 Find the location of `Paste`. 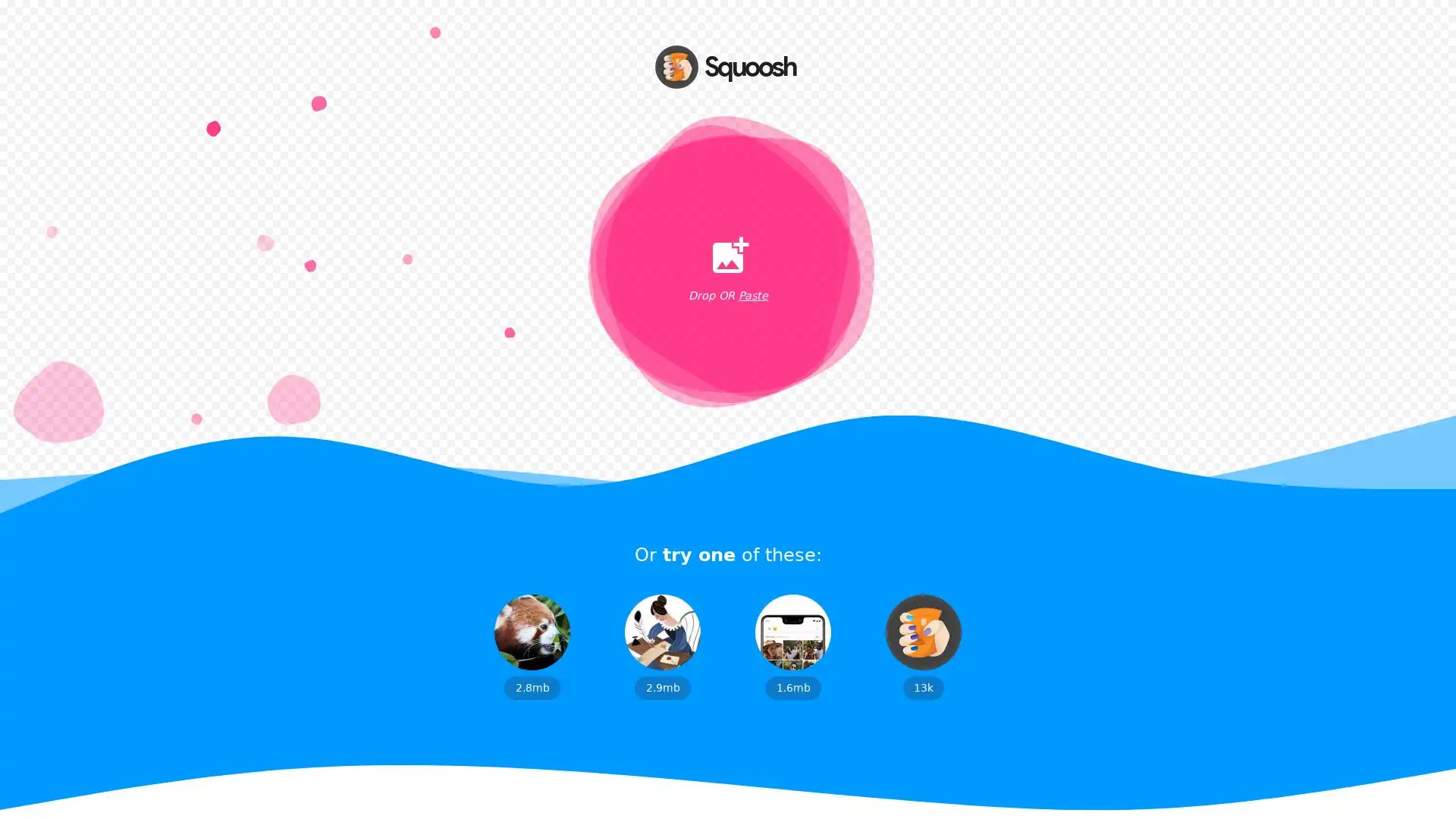

Paste is located at coordinates (752, 296).